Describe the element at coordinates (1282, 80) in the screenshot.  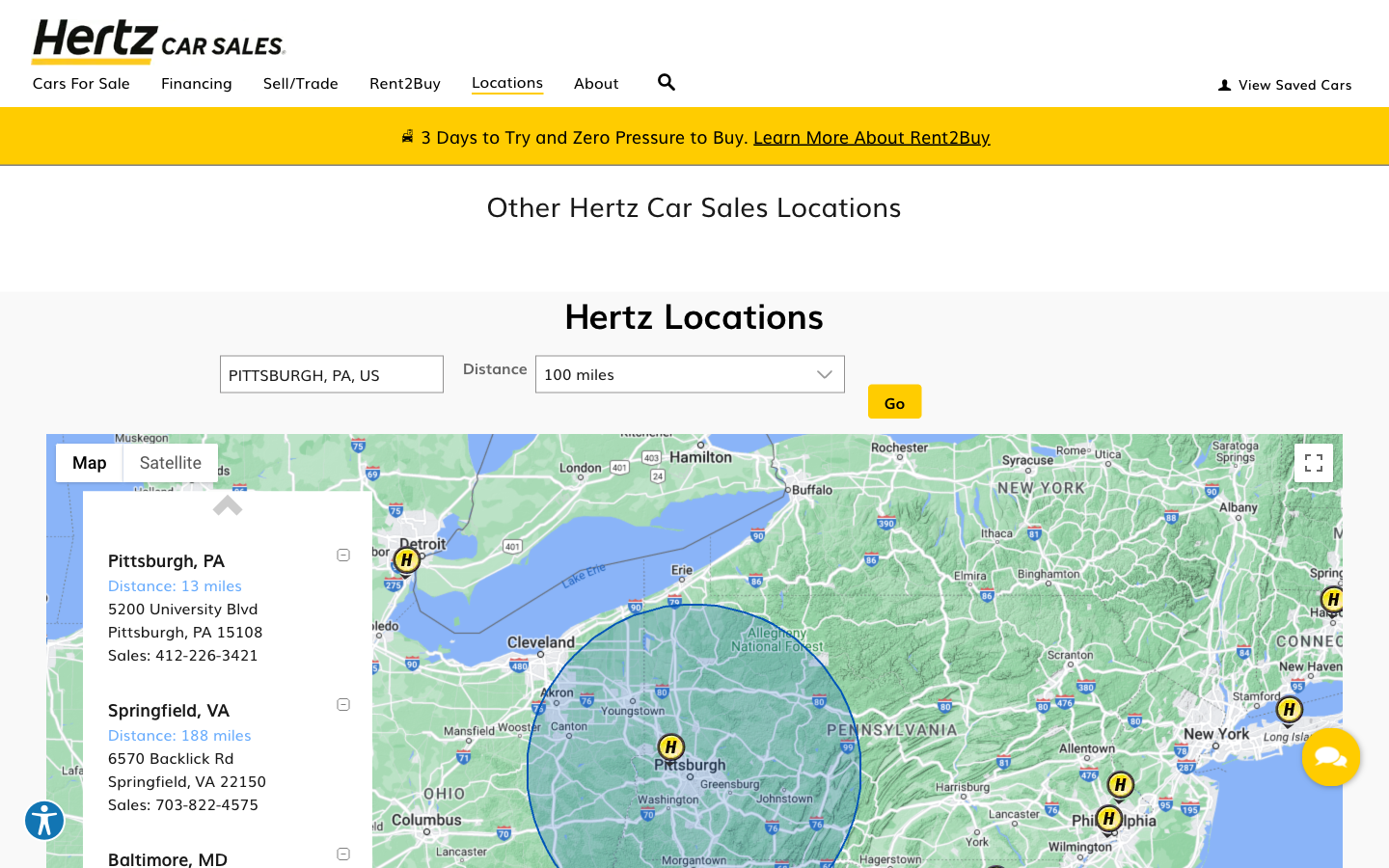
I see `Enter the view saved cars "andrew@cmu.edu" and "andrew` at that location.